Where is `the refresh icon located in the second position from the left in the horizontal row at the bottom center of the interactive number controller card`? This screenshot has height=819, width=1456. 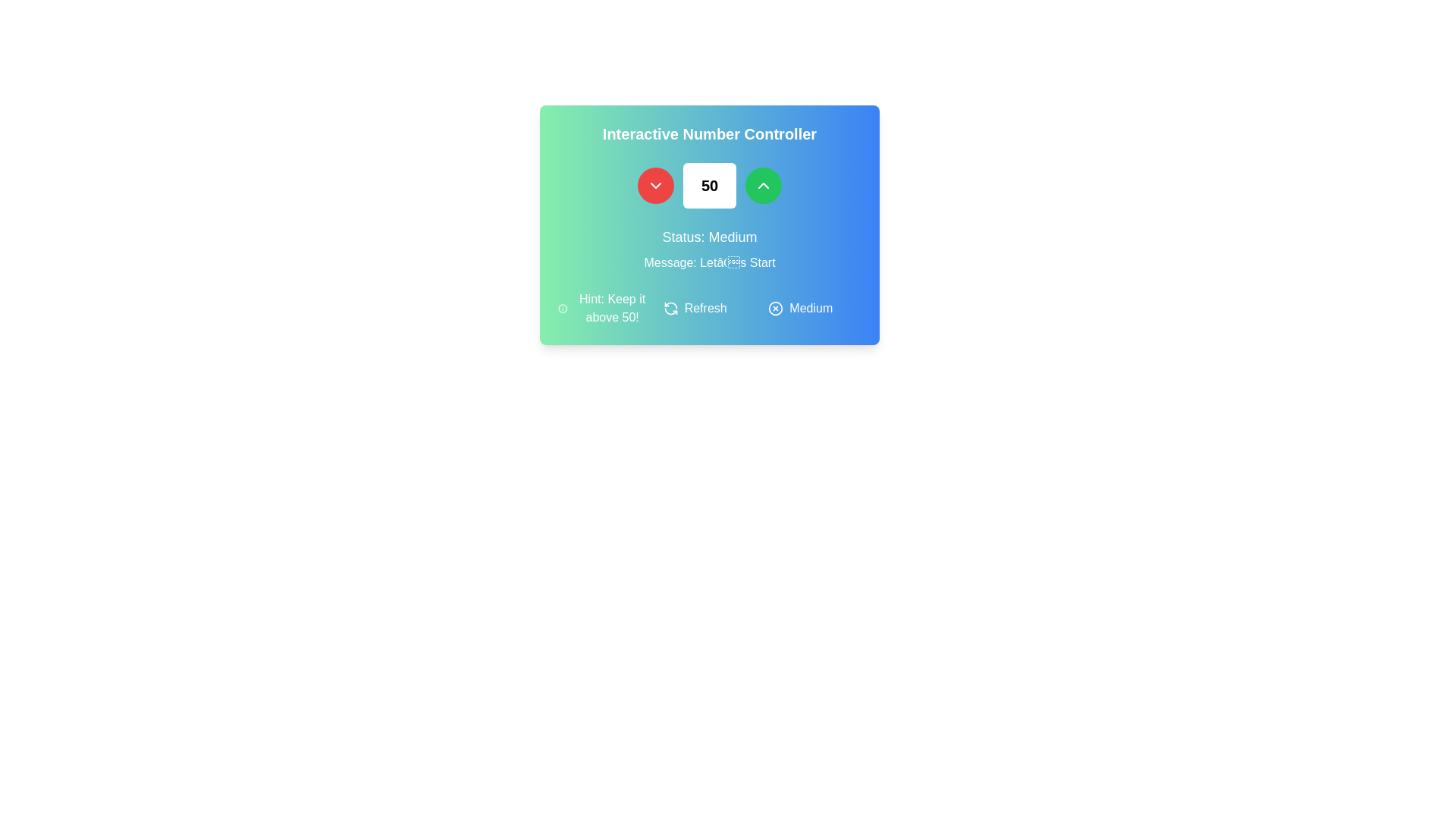
the refresh icon located in the second position from the left in the horizontal row at the bottom center of the interactive number controller card is located at coordinates (670, 308).